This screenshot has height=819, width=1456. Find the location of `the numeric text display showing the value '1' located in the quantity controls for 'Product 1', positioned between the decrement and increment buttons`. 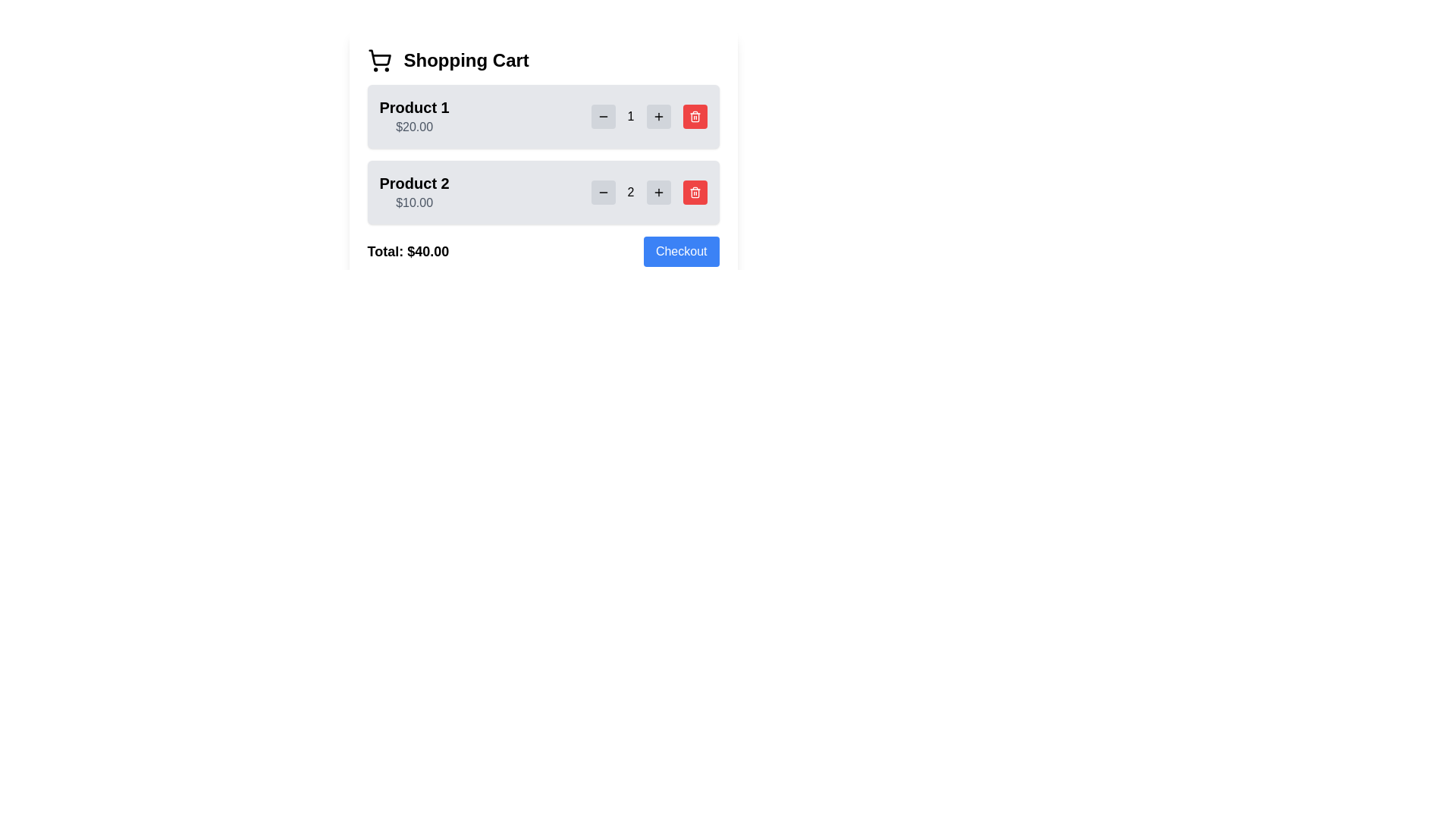

the numeric text display showing the value '1' located in the quantity controls for 'Product 1', positioned between the decrement and increment buttons is located at coordinates (649, 116).